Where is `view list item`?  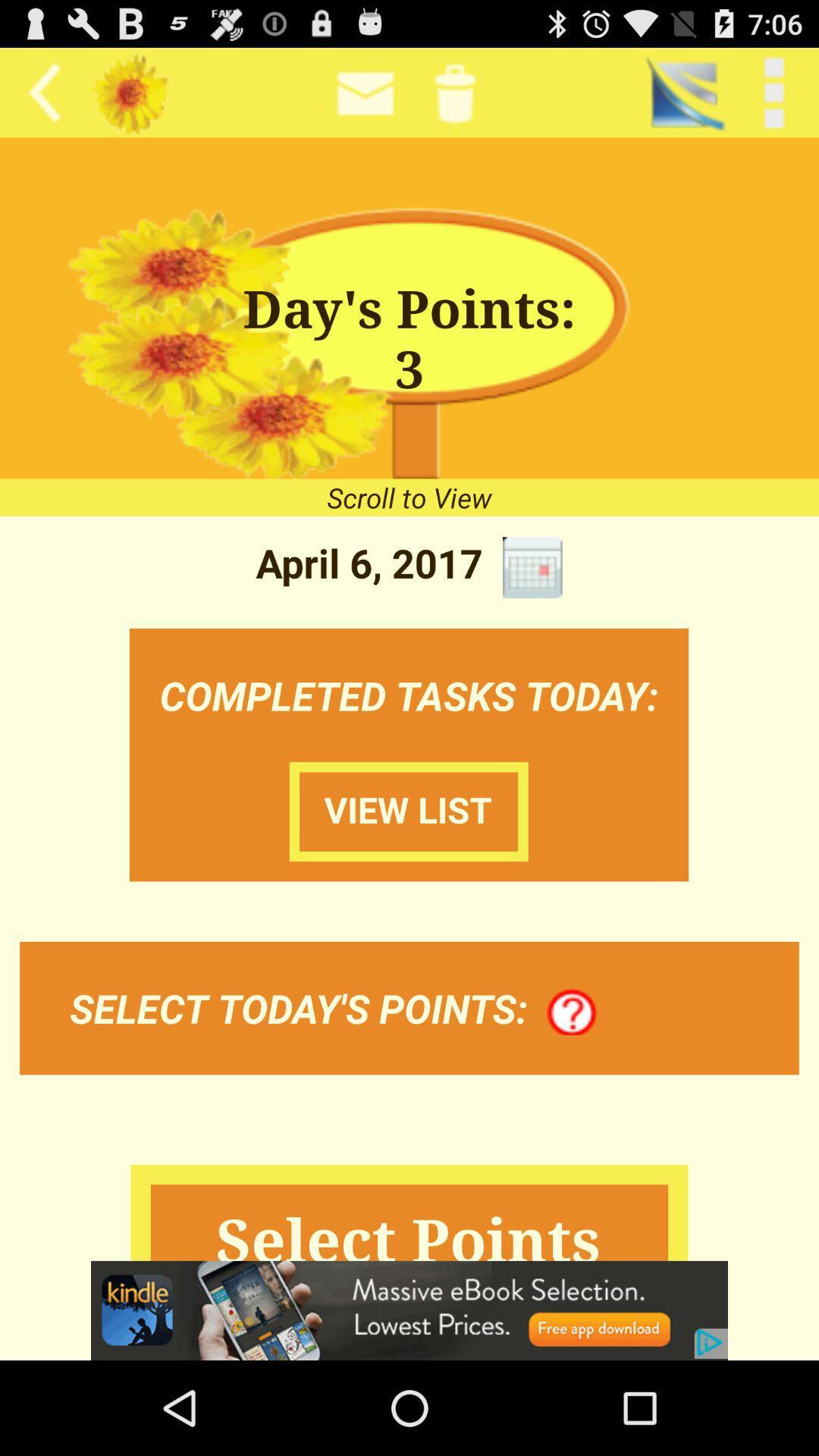 view list item is located at coordinates (408, 811).